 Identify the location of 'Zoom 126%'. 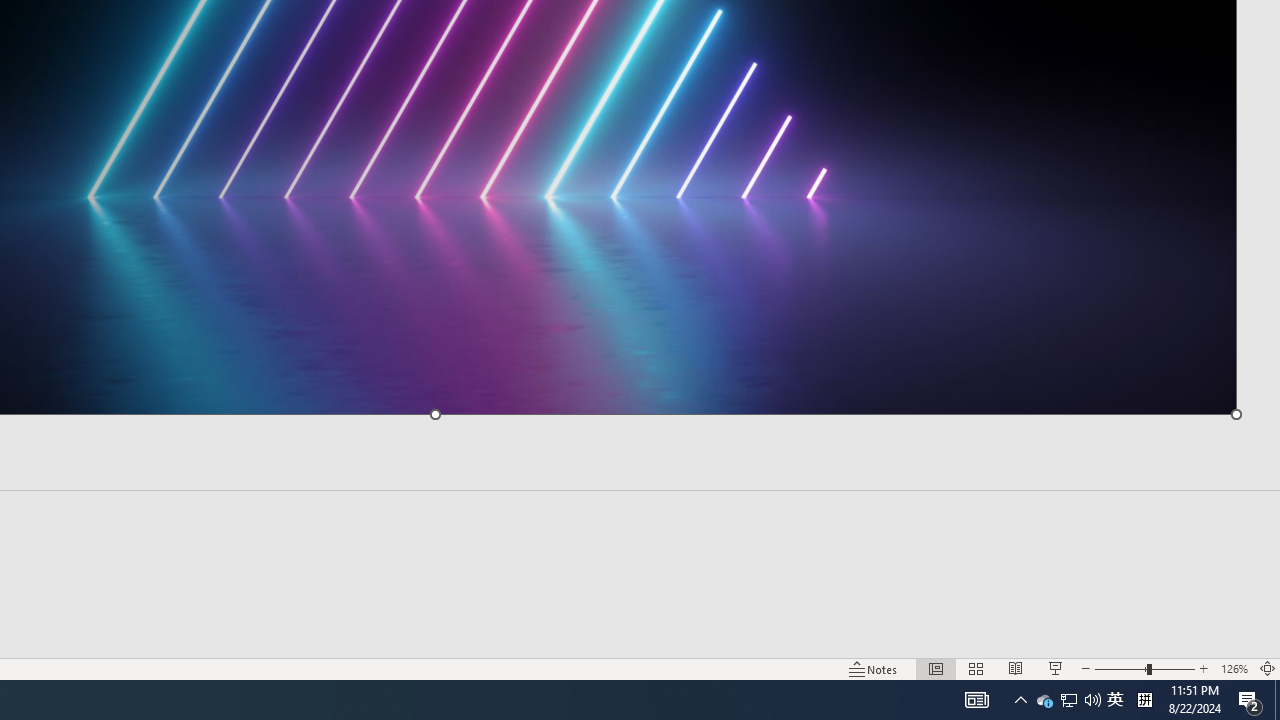
(1233, 669).